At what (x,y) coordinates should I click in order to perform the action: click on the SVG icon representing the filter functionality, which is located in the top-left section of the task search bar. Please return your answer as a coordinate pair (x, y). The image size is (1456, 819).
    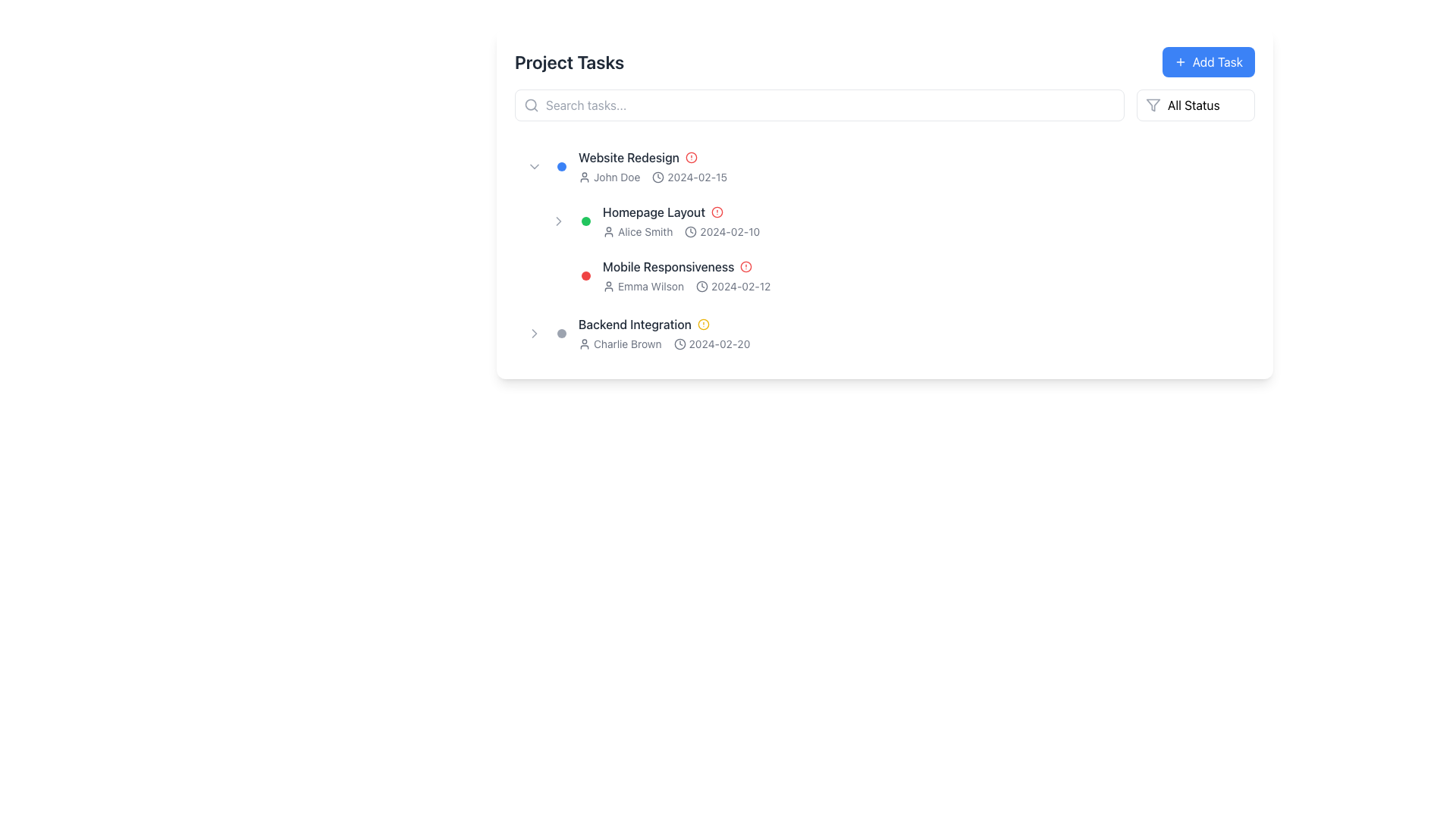
    Looking at the image, I should click on (1153, 104).